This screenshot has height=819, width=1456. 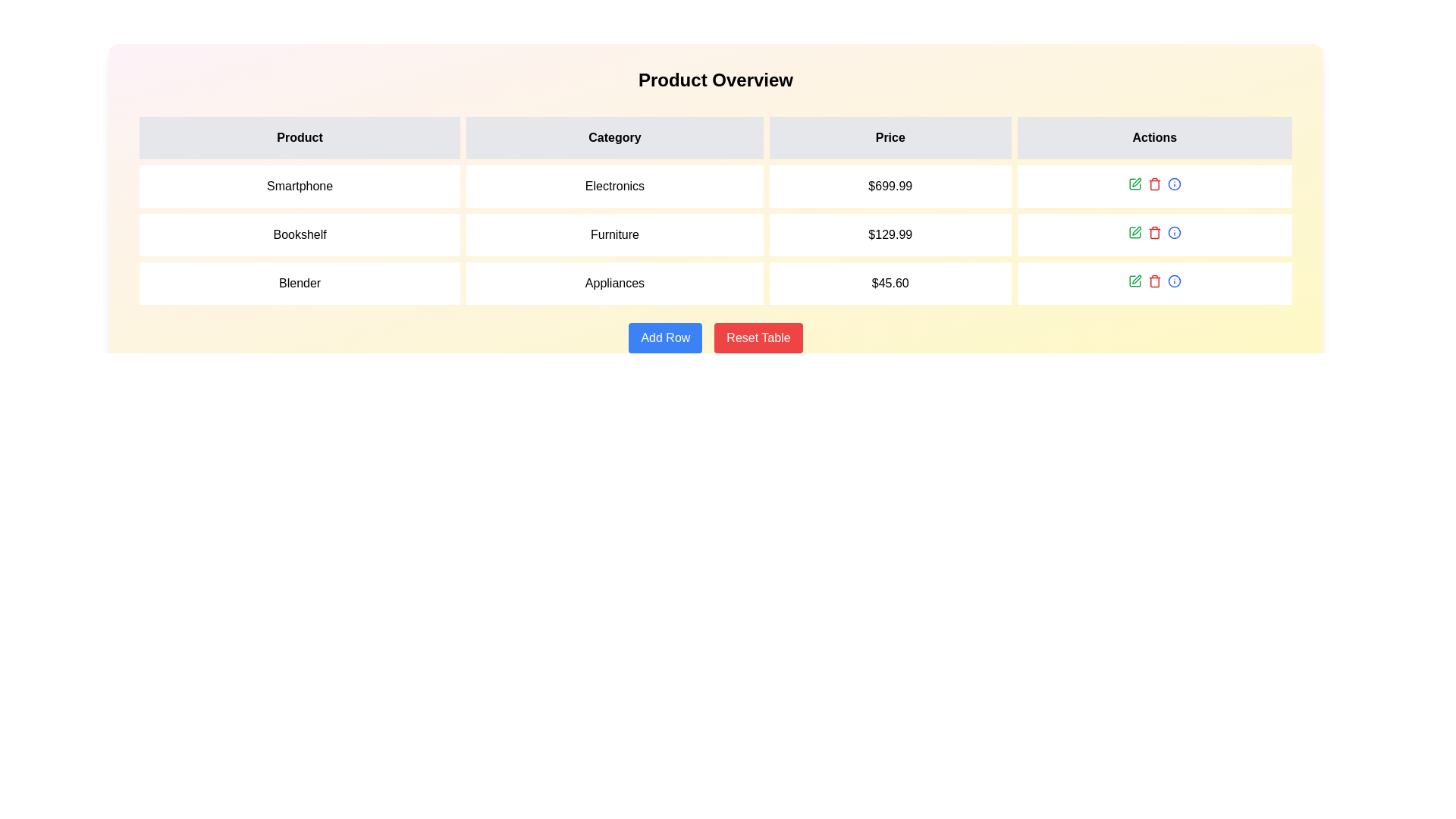 What do you see at coordinates (300, 284) in the screenshot?
I see `the Text Label that identifies a product item located in the leftmost cell of the third row under the 'Product Overview' section` at bounding box center [300, 284].